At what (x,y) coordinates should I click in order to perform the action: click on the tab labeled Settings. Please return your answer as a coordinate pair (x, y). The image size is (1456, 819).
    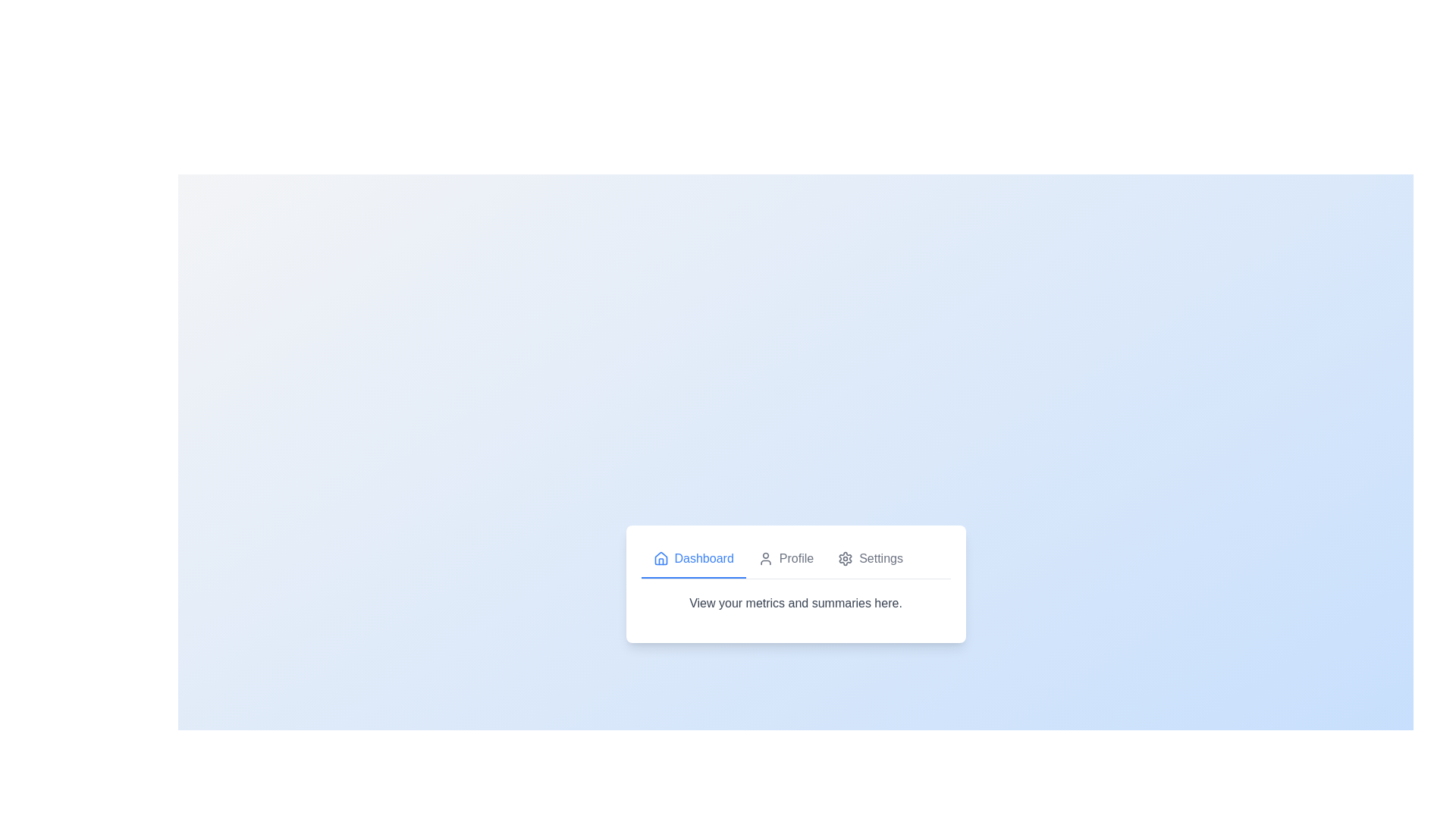
    Looking at the image, I should click on (870, 559).